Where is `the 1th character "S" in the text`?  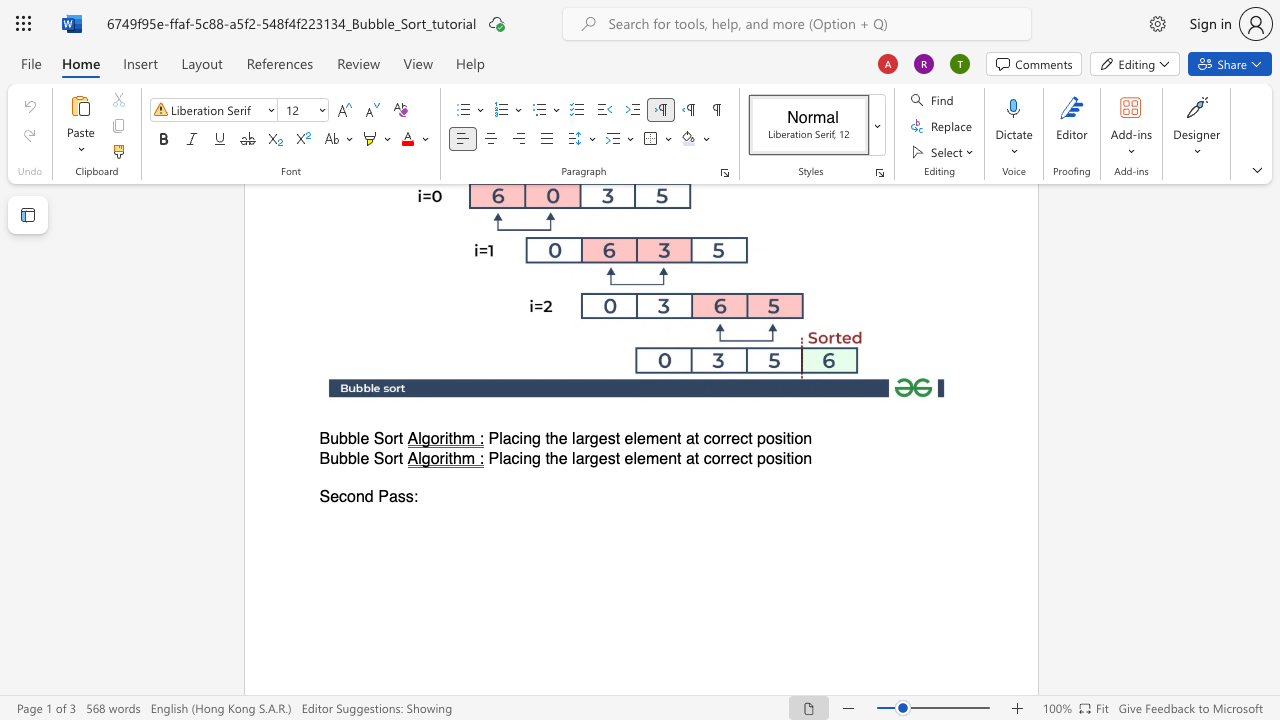 the 1th character "S" in the text is located at coordinates (379, 458).